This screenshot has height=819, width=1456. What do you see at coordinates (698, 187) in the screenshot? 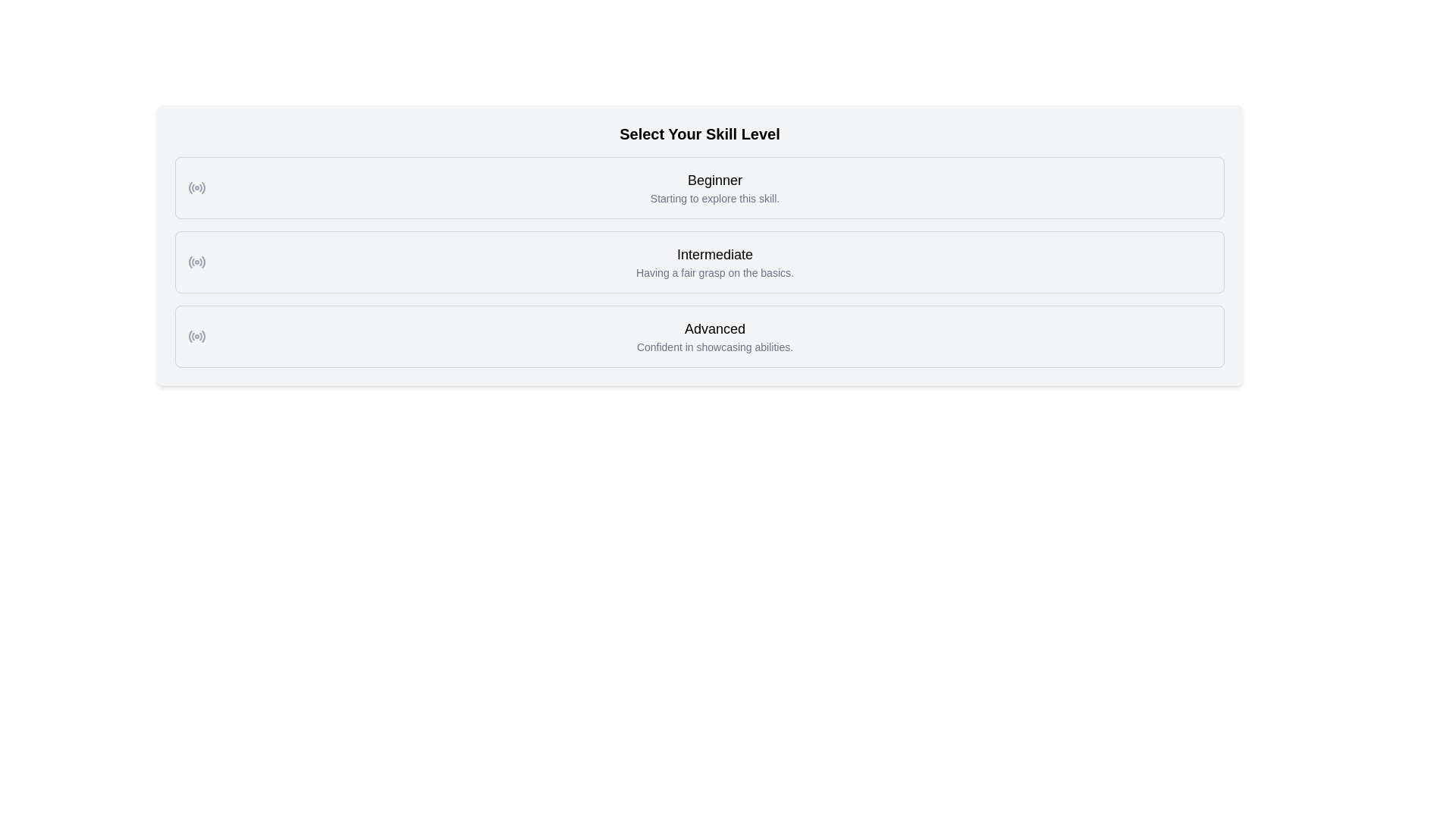
I see `the first selectable button labeled 'Beginner' in the multiple-choice list` at bounding box center [698, 187].